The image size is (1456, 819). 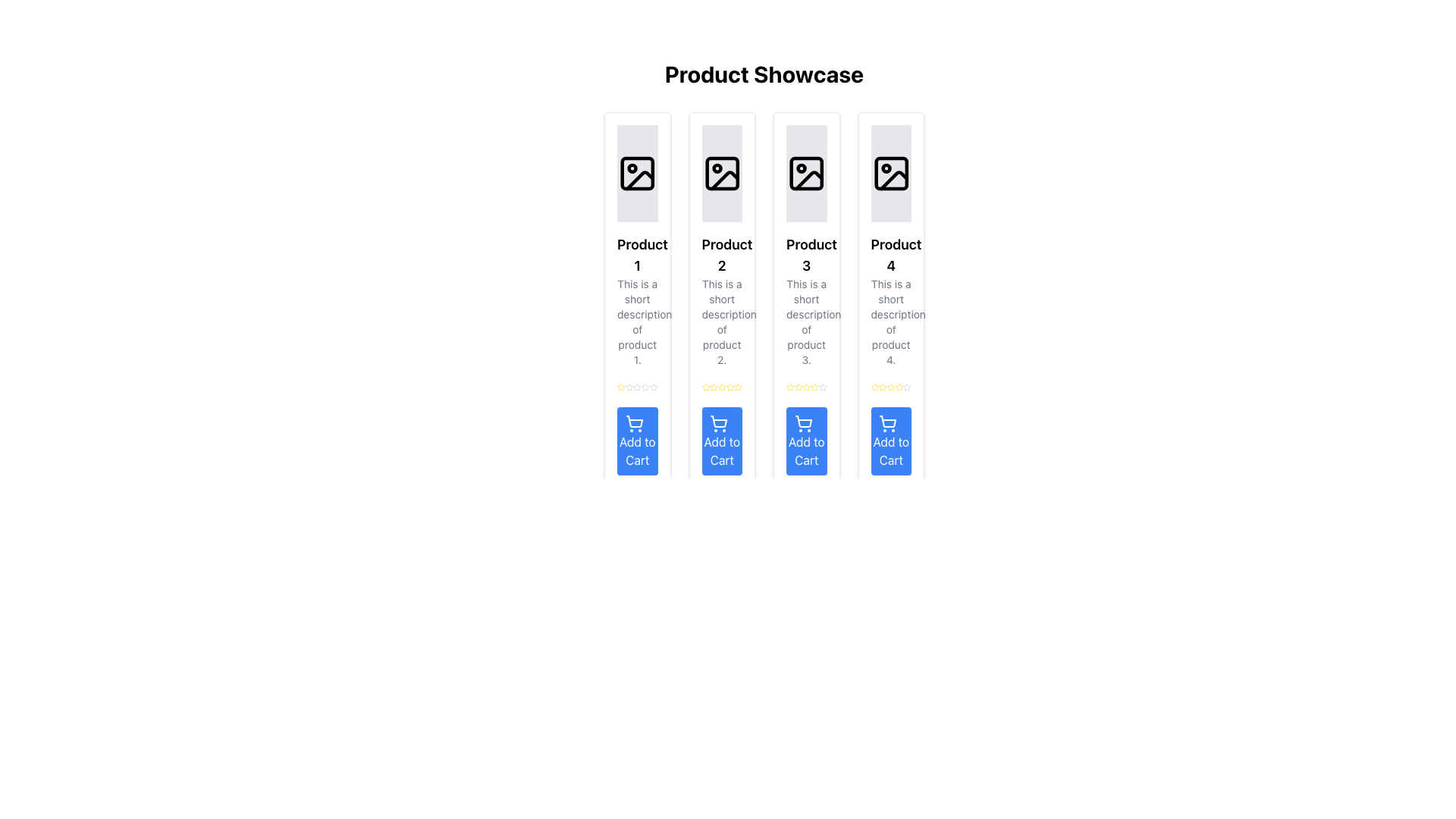 What do you see at coordinates (789, 386) in the screenshot?
I see `the first yellow star icon in the group of rating stars for 'Product 3', located beneath the product description` at bounding box center [789, 386].